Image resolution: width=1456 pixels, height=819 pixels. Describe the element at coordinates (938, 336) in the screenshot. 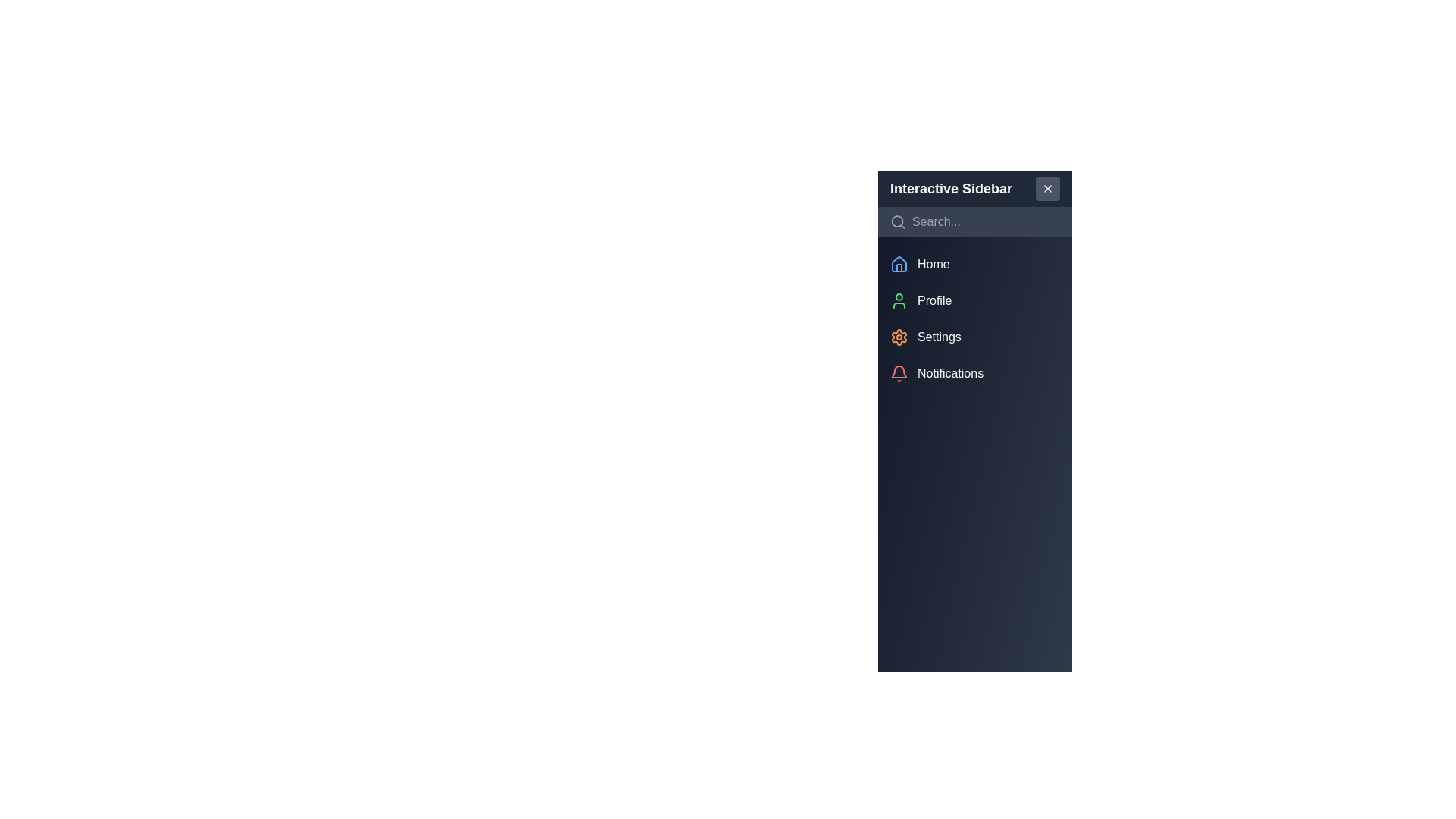

I see `text label 'Settings' located in the sidebar interface, which is displayed in a bold font and contrasts against a dark background` at that location.